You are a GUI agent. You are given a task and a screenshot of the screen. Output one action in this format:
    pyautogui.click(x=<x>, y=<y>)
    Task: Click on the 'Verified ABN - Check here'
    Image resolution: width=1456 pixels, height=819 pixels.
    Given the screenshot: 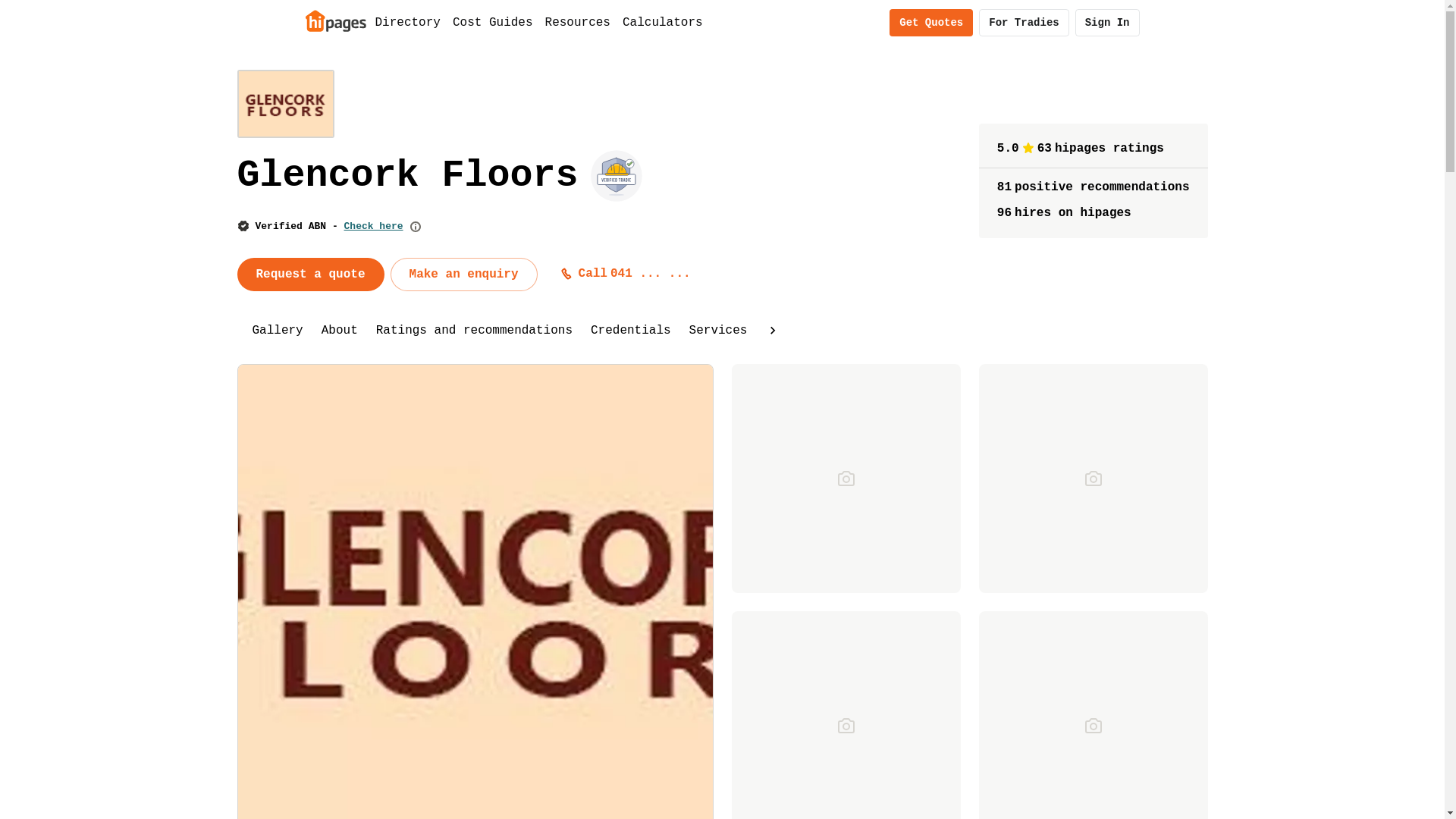 What is the action you would take?
    pyautogui.click(x=328, y=226)
    